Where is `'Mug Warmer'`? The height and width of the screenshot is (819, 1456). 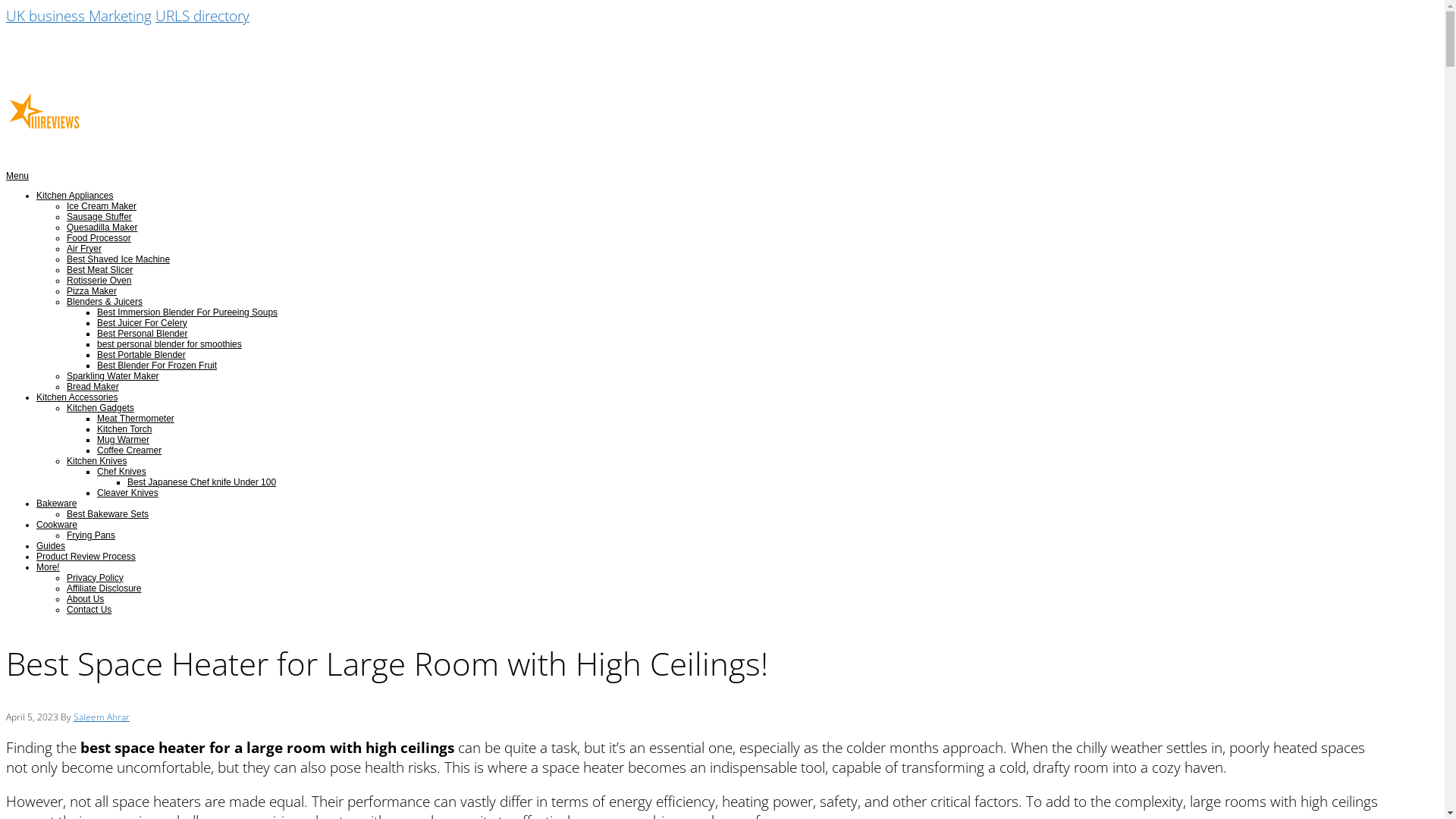 'Mug Warmer' is located at coordinates (123, 439).